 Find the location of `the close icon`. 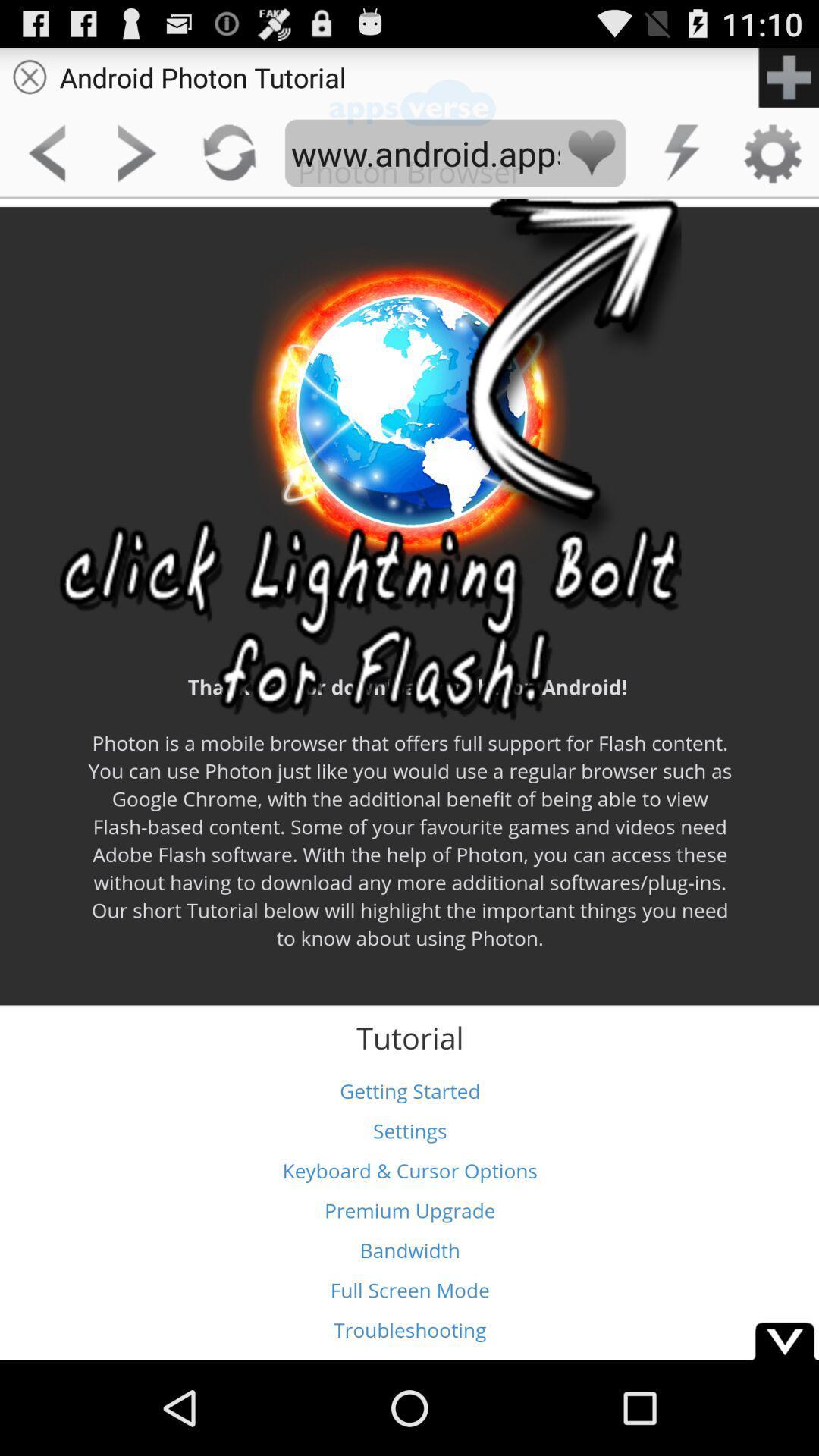

the close icon is located at coordinates (30, 82).